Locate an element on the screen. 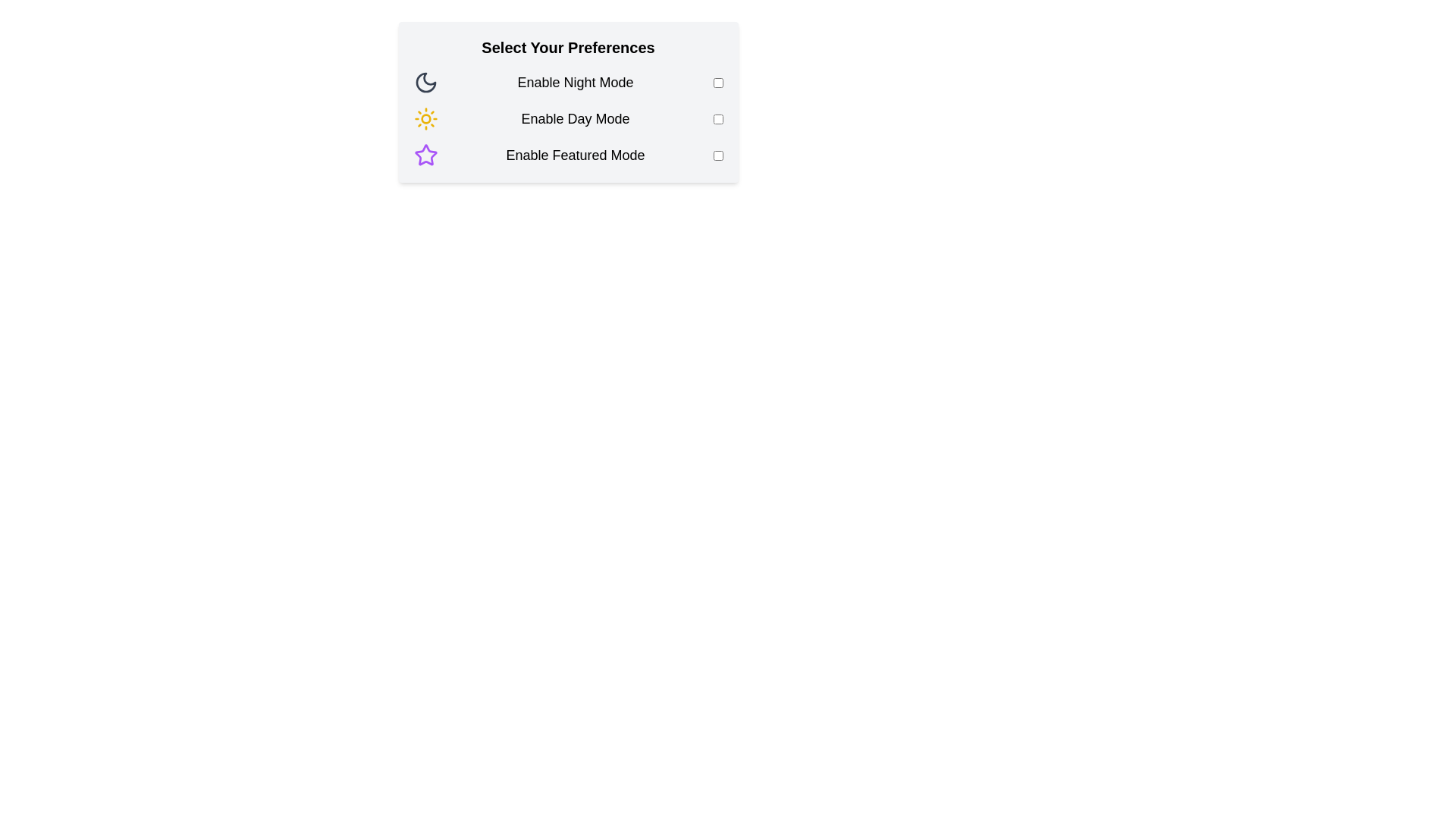 The height and width of the screenshot is (819, 1456). the 'Enable Featured Mode' labeled checkbox row is located at coordinates (567, 155).